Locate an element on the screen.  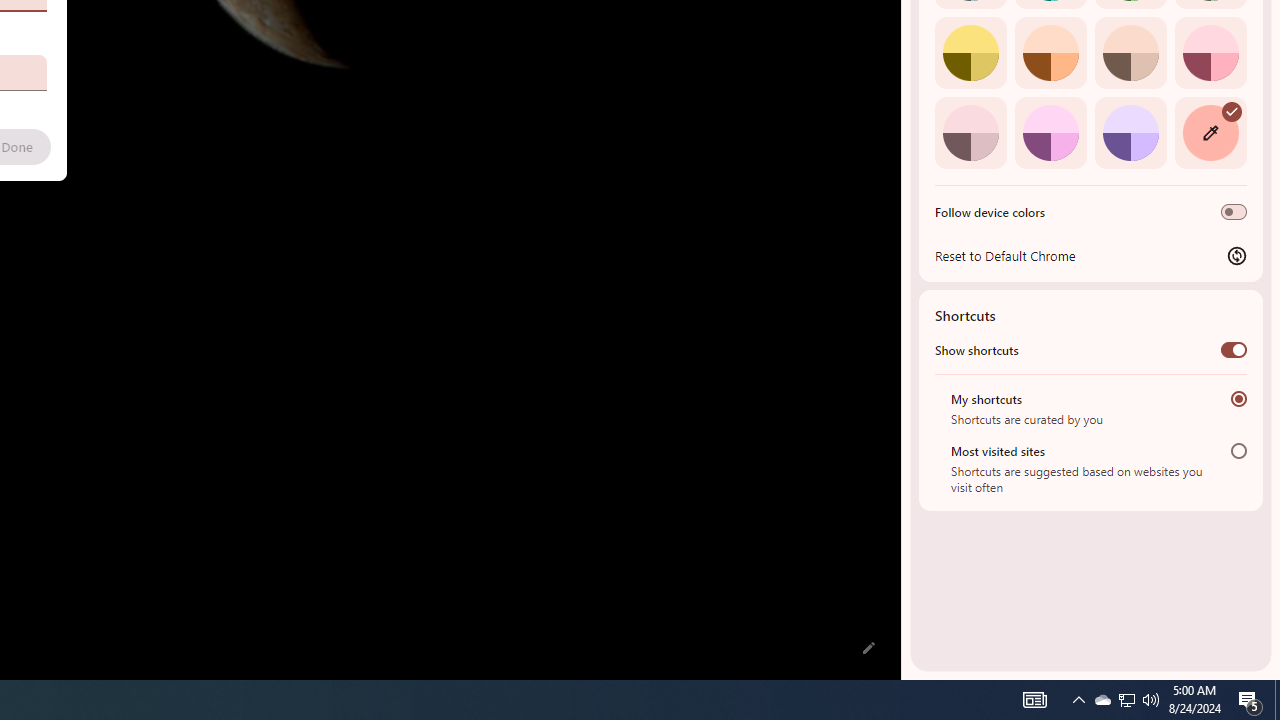
'My shortcuts' is located at coordinates (1238, 398).